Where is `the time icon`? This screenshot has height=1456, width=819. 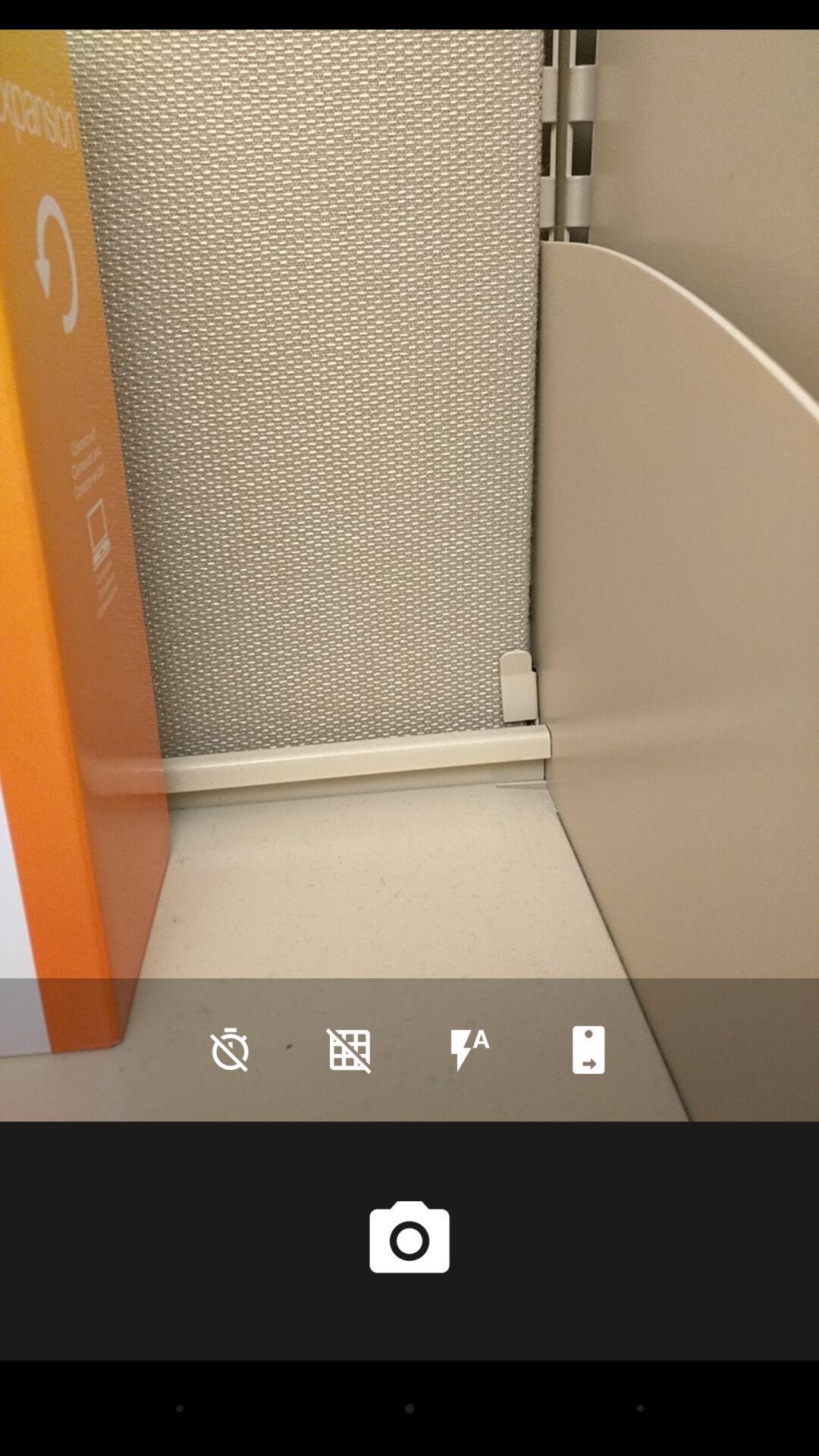 the time icon is located at coordinates (230, 1049).